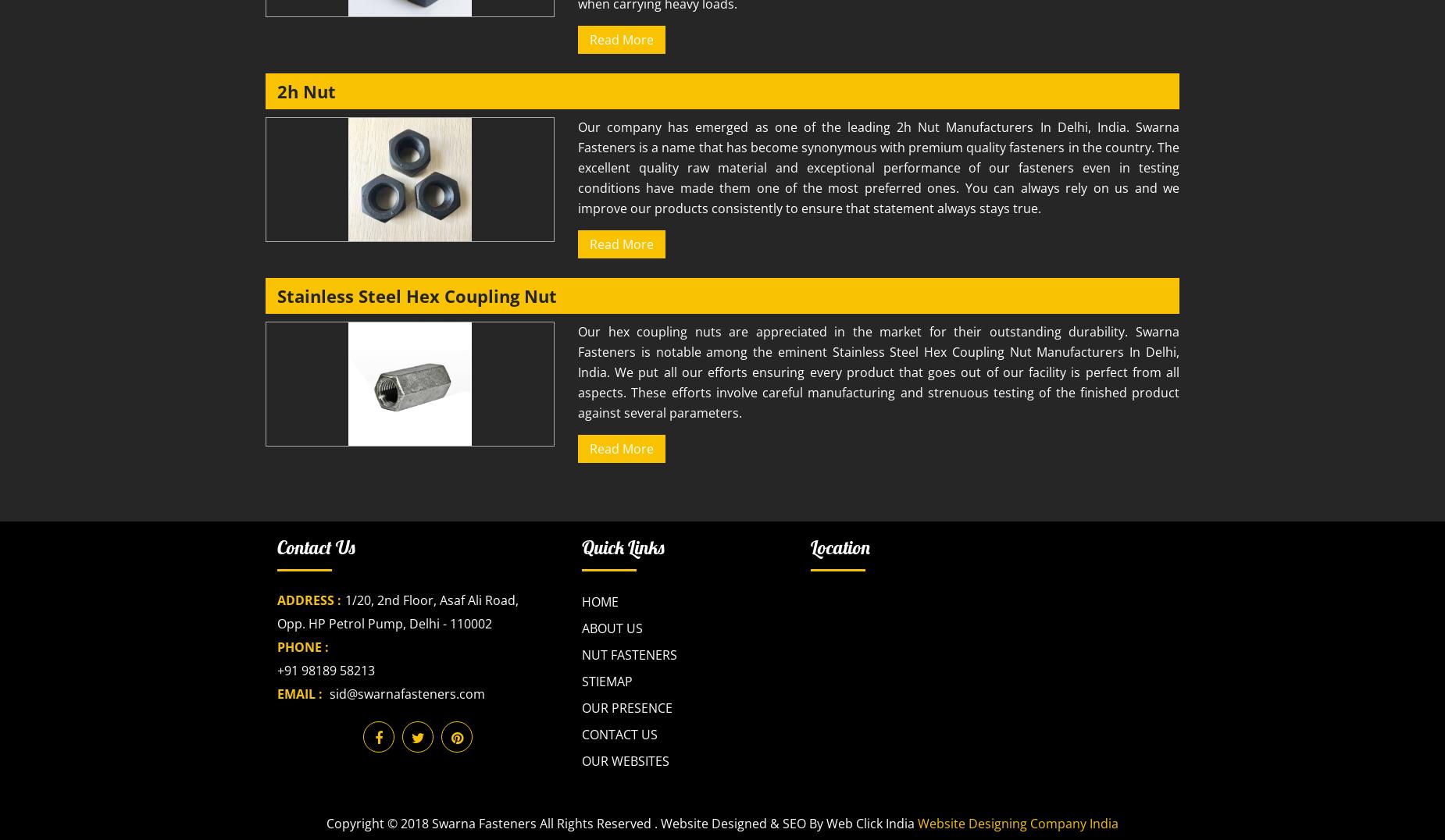 Image resolution: width=1445 pixels, height=840 pixels. I want to click on 'Stiemap', so click(607, 681).